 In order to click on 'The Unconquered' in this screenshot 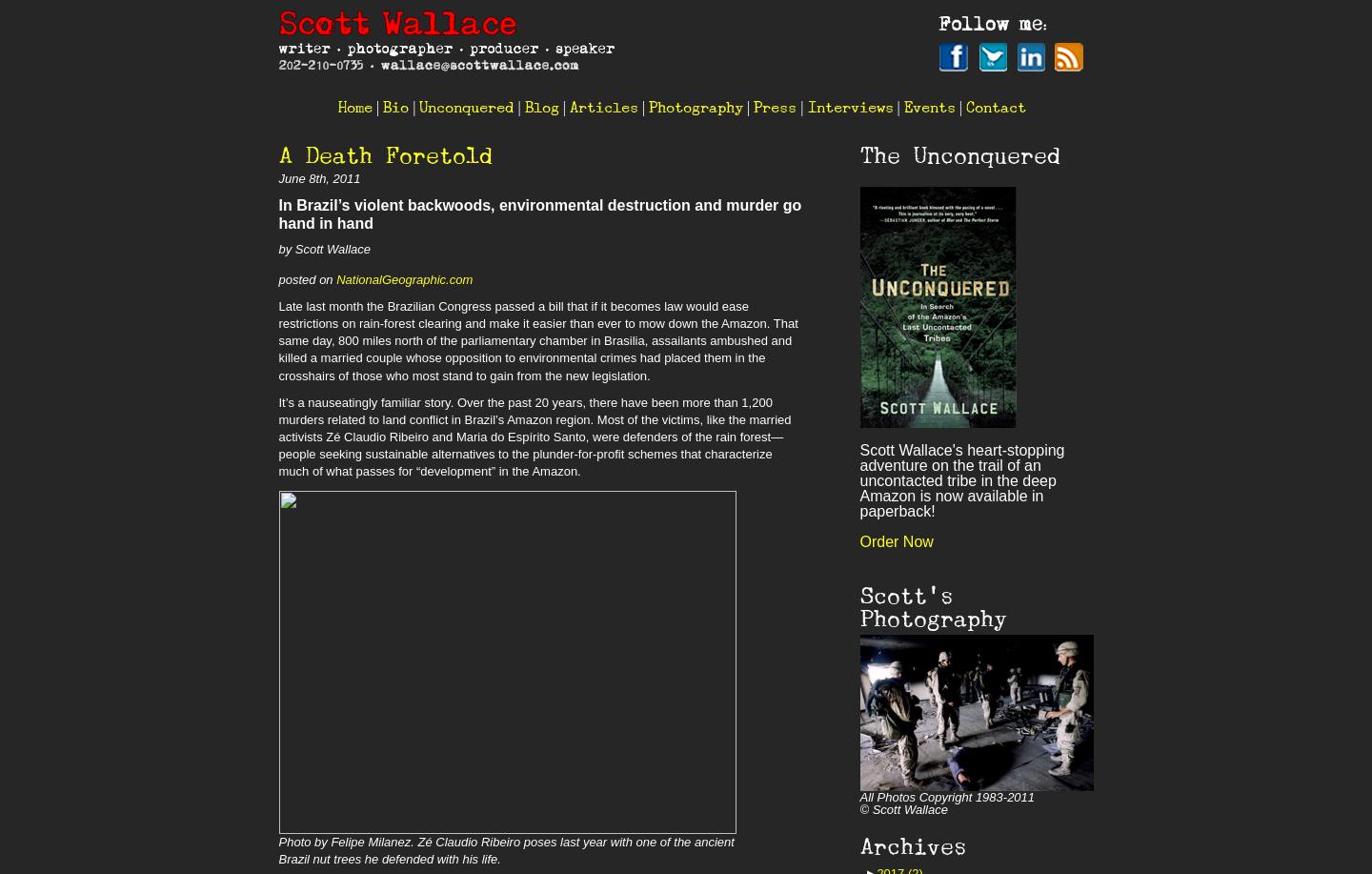, I will do `click(958, 154)`.